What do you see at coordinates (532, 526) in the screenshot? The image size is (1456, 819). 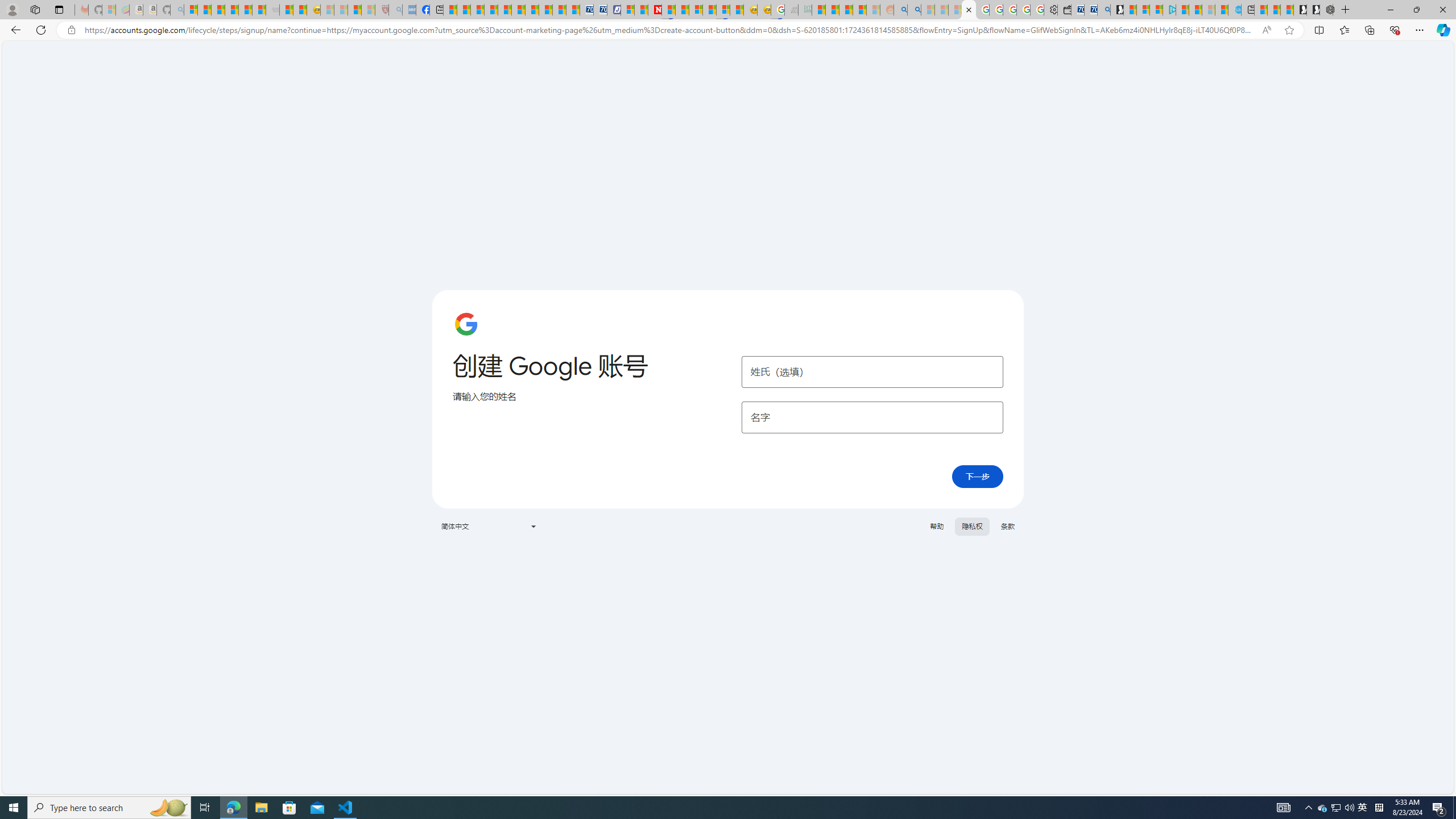 I see `'Class: VfPpkd-t08AT-Bz112c-Bd00G'` at bounding box center [532, 526].